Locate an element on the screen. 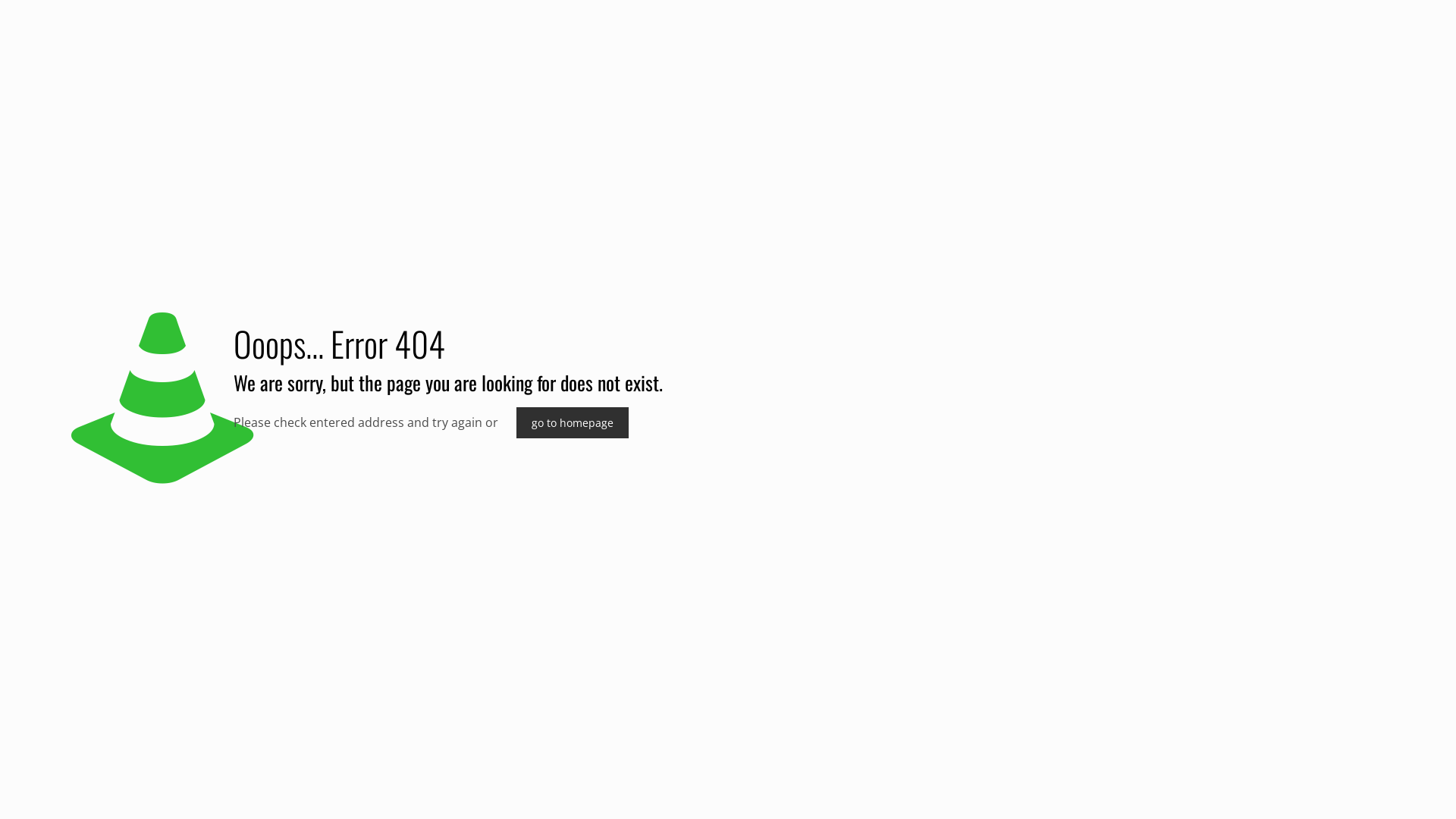  'go to homepage' is located at coordinates (571, 422).